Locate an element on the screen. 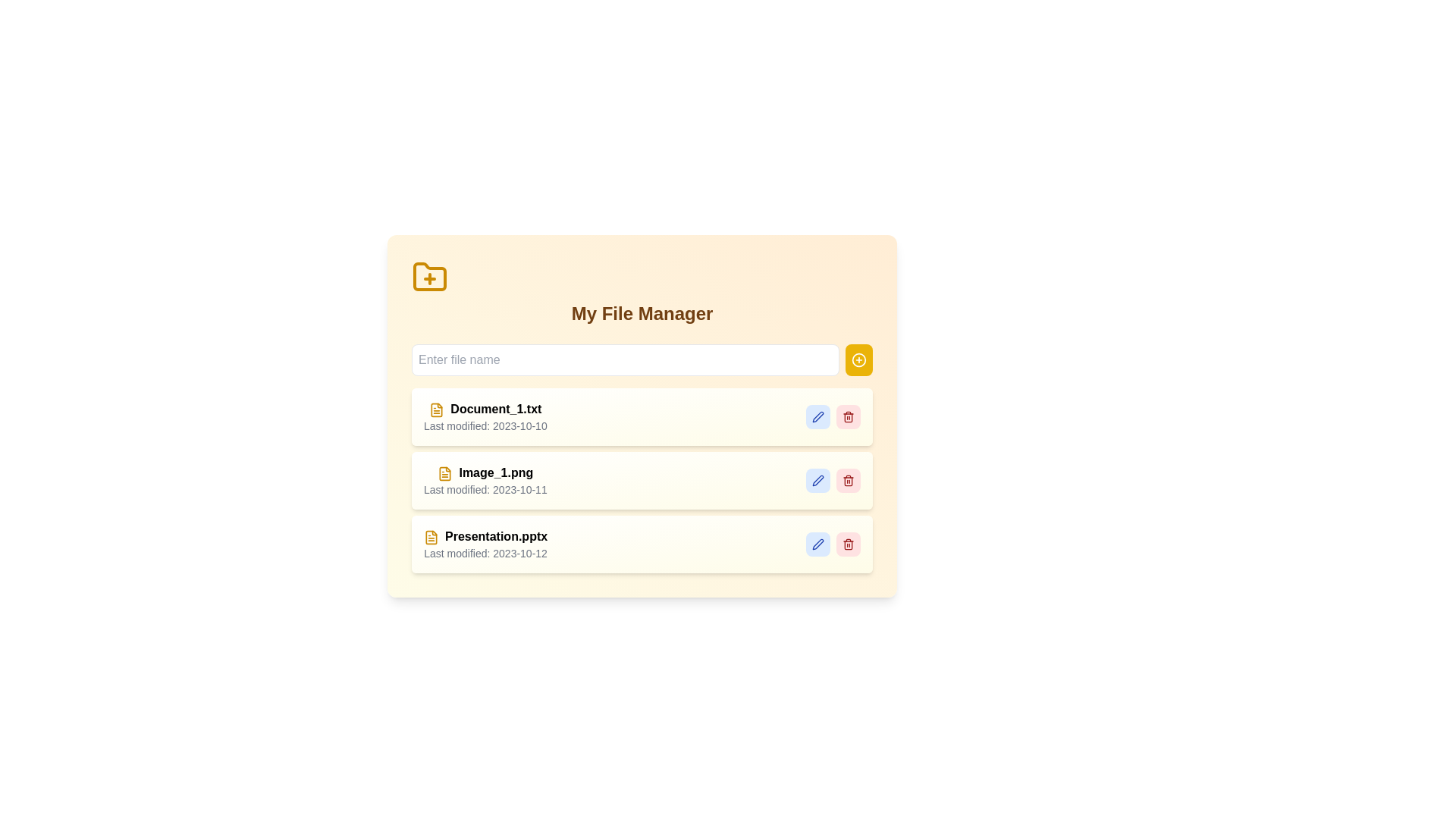  the small red rounded rectangle button with a trash can icon is located at coordinates (847, 417).